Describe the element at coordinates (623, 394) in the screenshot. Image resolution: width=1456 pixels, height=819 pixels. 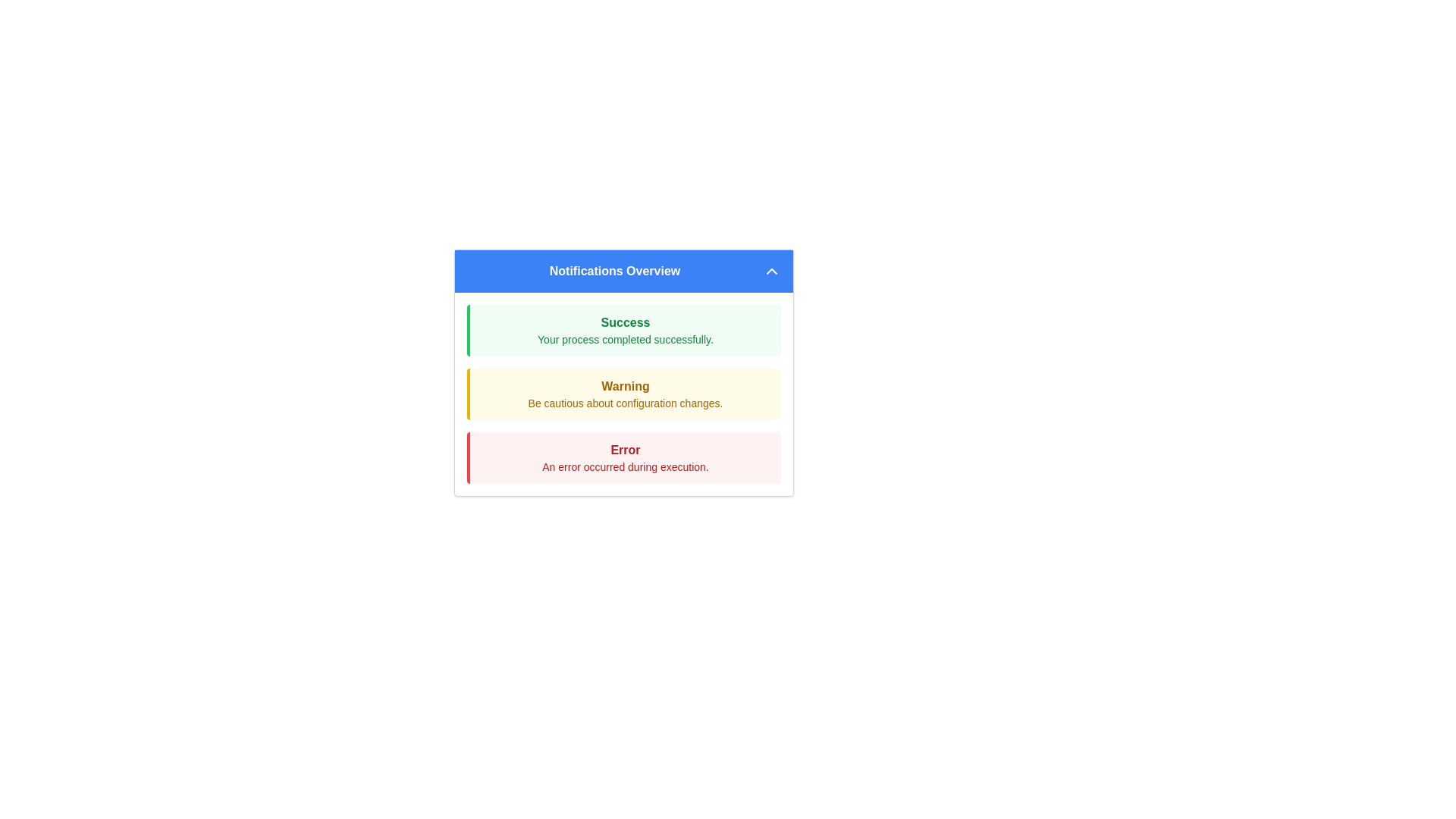
I see `warning message from the second notification message box, which is located between the green 'Success' notification and the red 'Error' notification` at that location.